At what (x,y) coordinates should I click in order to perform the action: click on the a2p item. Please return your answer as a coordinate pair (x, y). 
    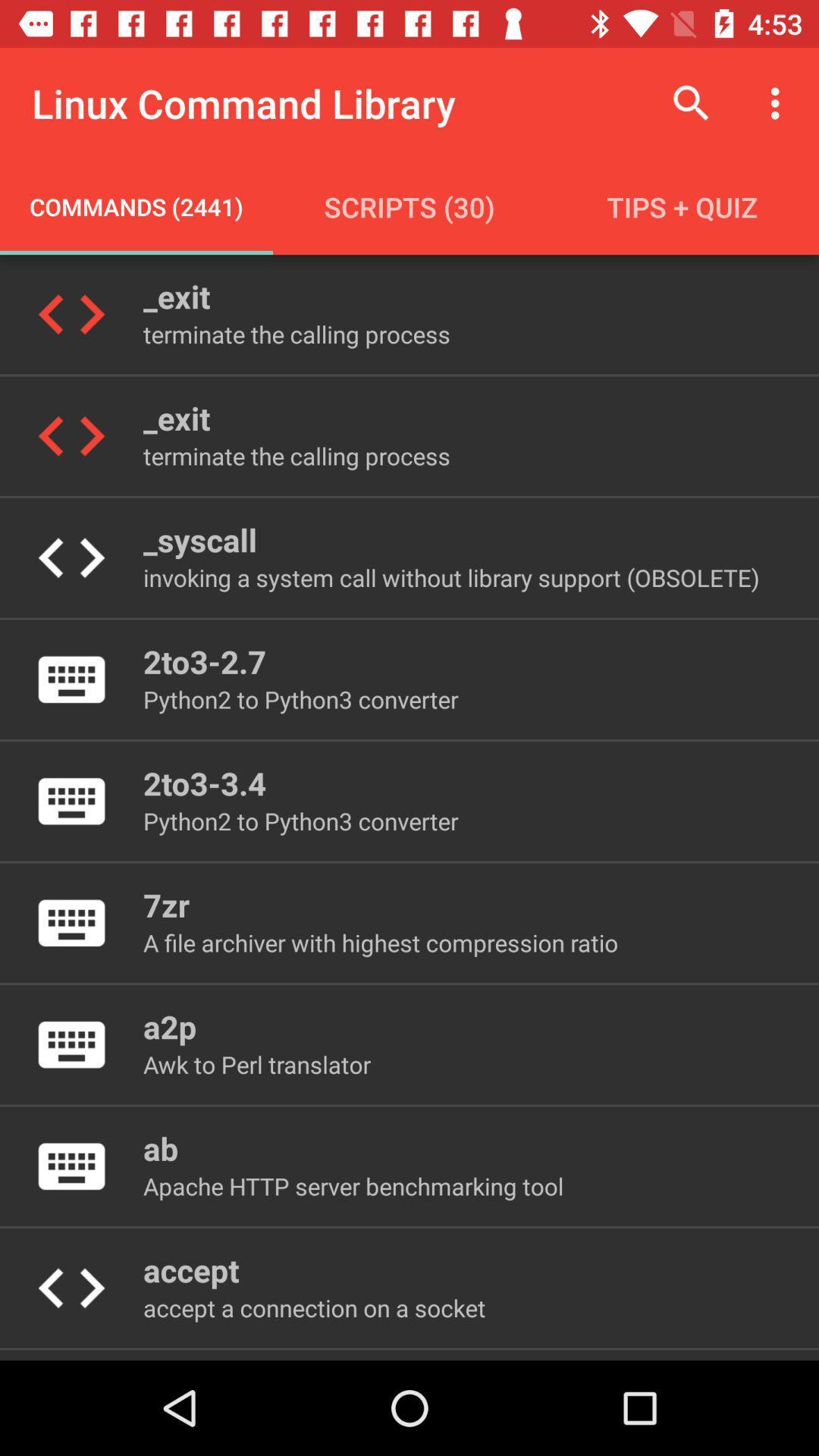
    Looking at the image, I should click on (170, 1026).